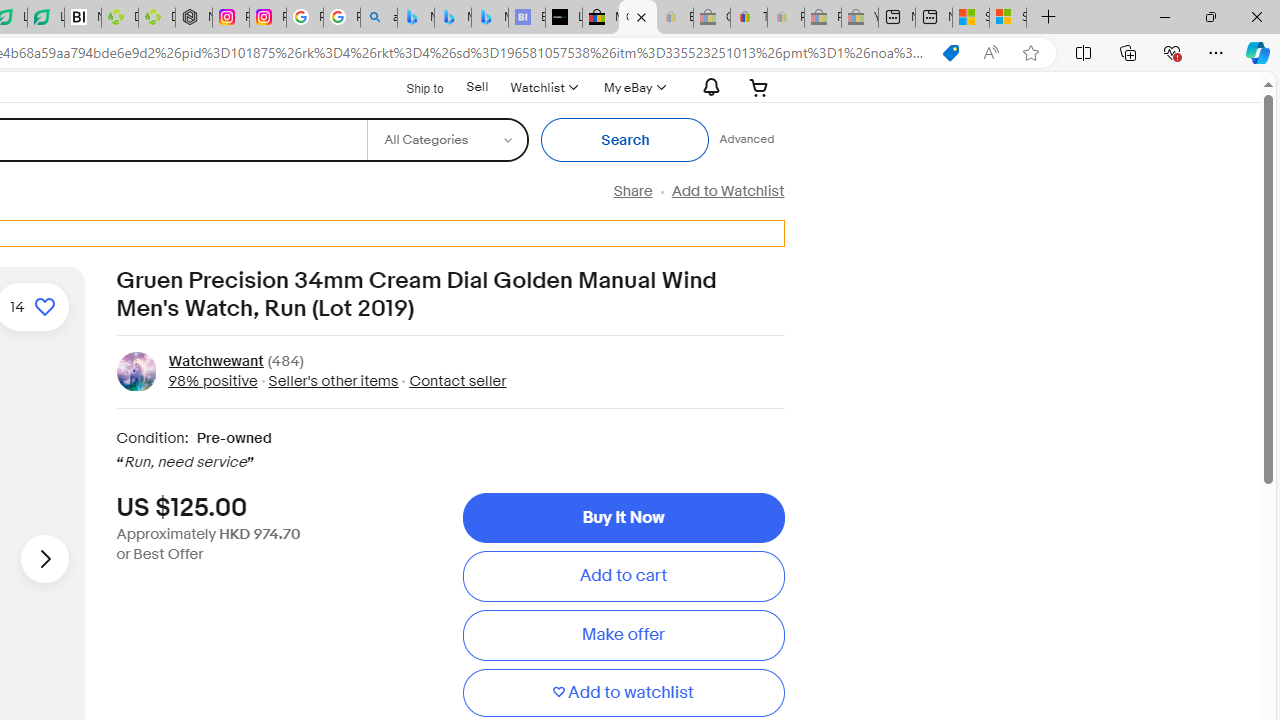 This screenshot has height=720, width=1280. Describe the element at coordinates (622, 635) in the screenshot. I see `'Make offer'` at that location.